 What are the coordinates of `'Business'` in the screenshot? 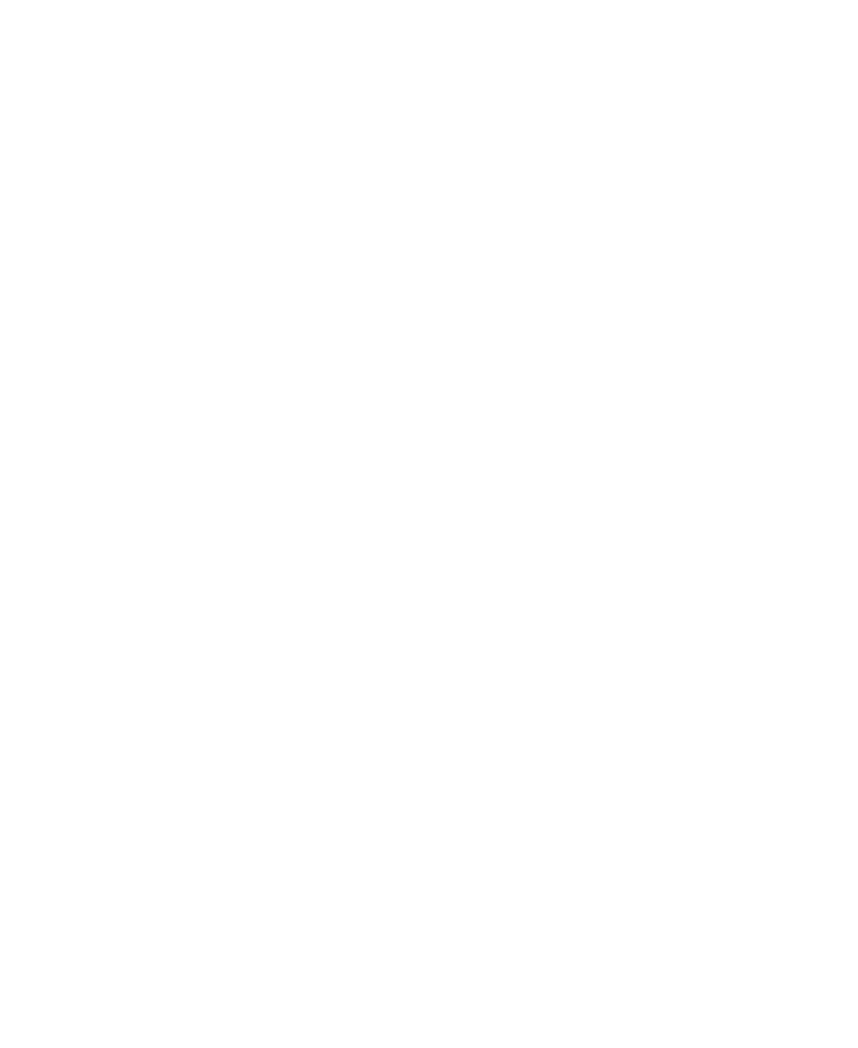 It's located at (88, 42).